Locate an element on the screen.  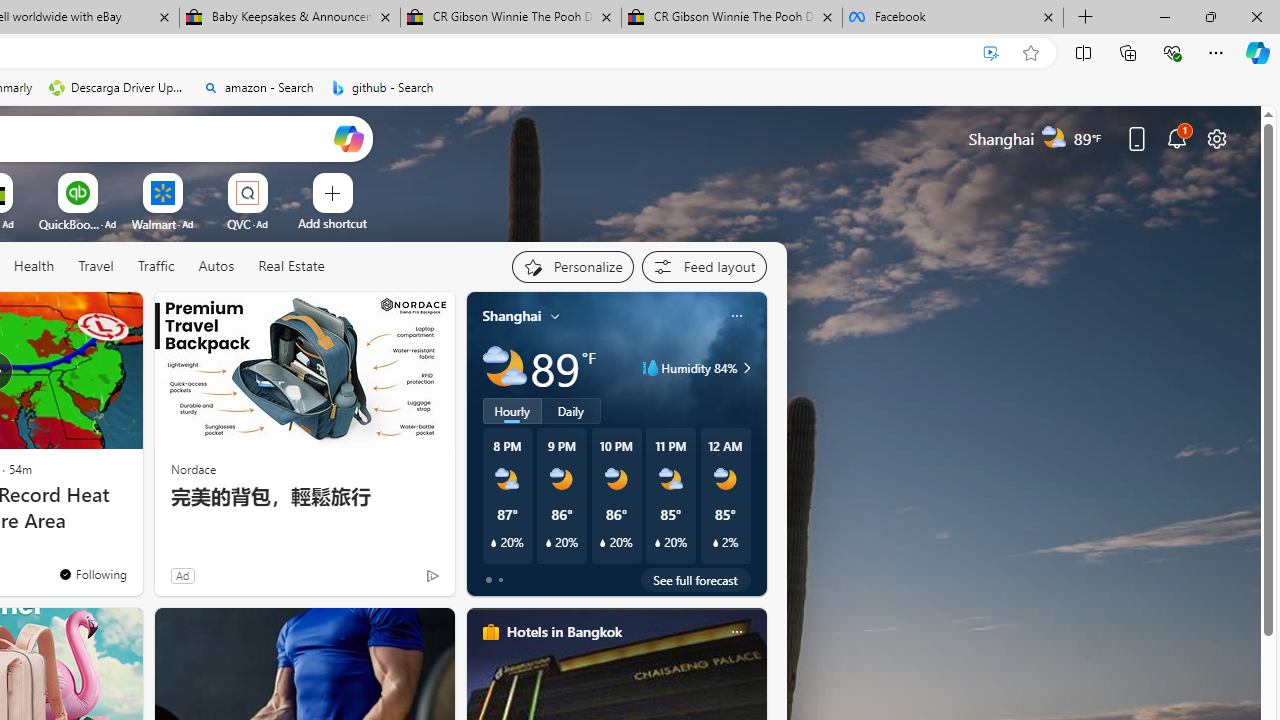
'Collections' is located at coordinates (1128, 51).